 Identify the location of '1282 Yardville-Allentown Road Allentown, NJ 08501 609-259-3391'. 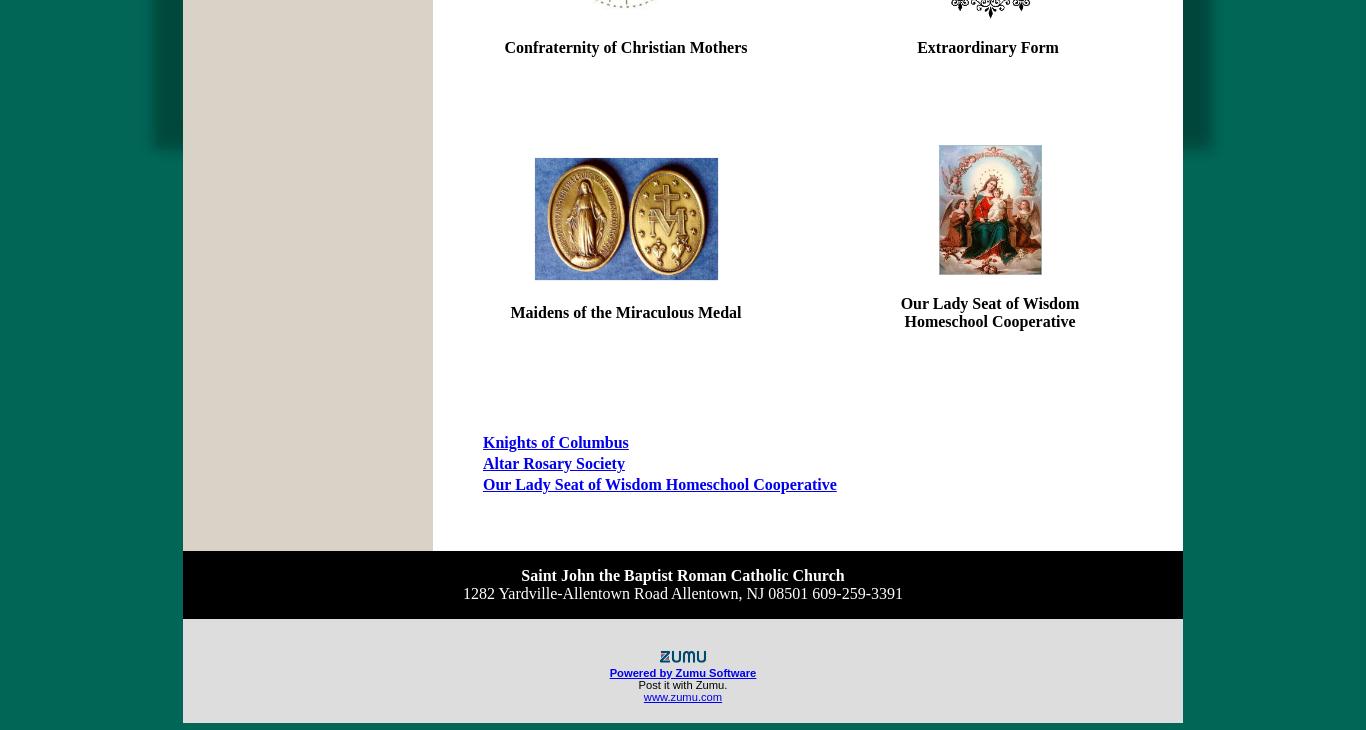
(462, 593).